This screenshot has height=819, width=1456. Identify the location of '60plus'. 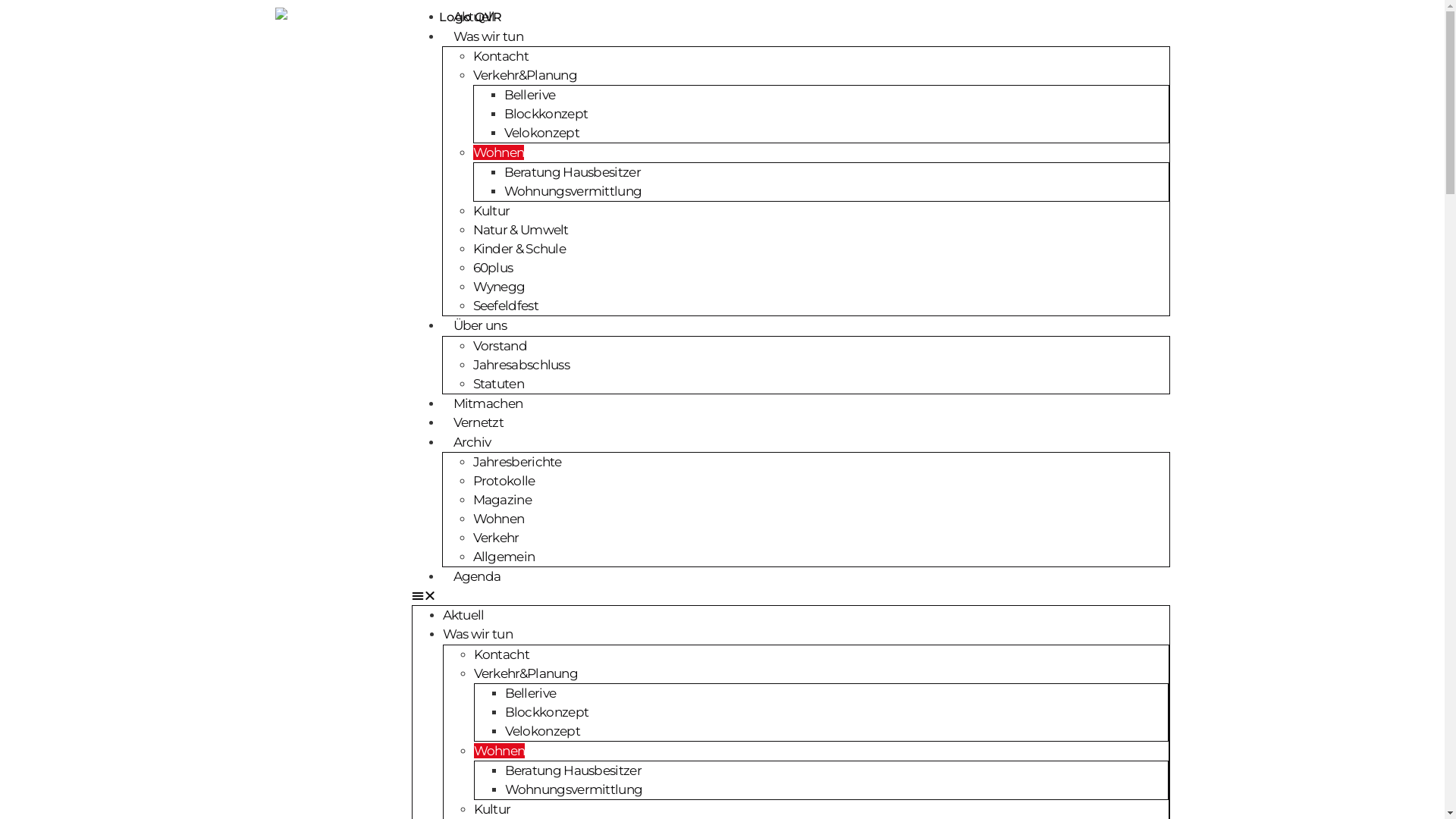
(472, 267).